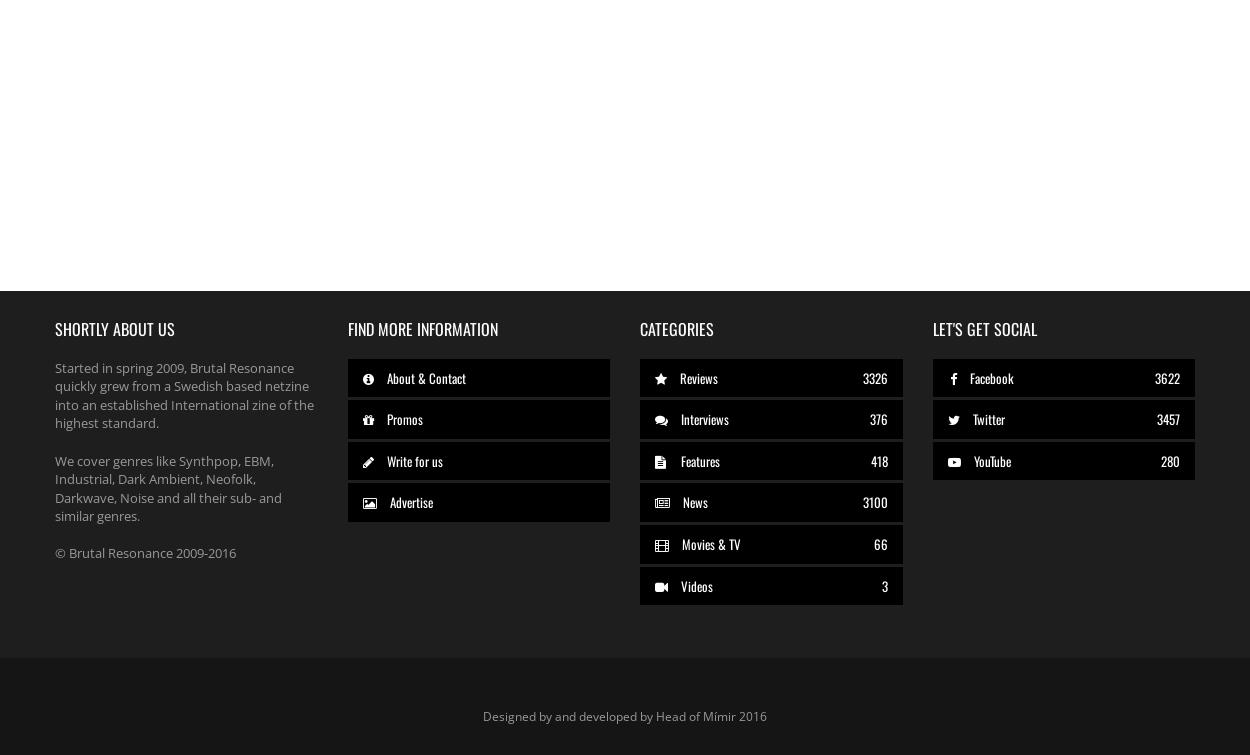 The width and height of the screenshot is (1250, 755). Describe the element at coordinates (422, 329) in the screenshot. I see `'Find more information'` at that location.